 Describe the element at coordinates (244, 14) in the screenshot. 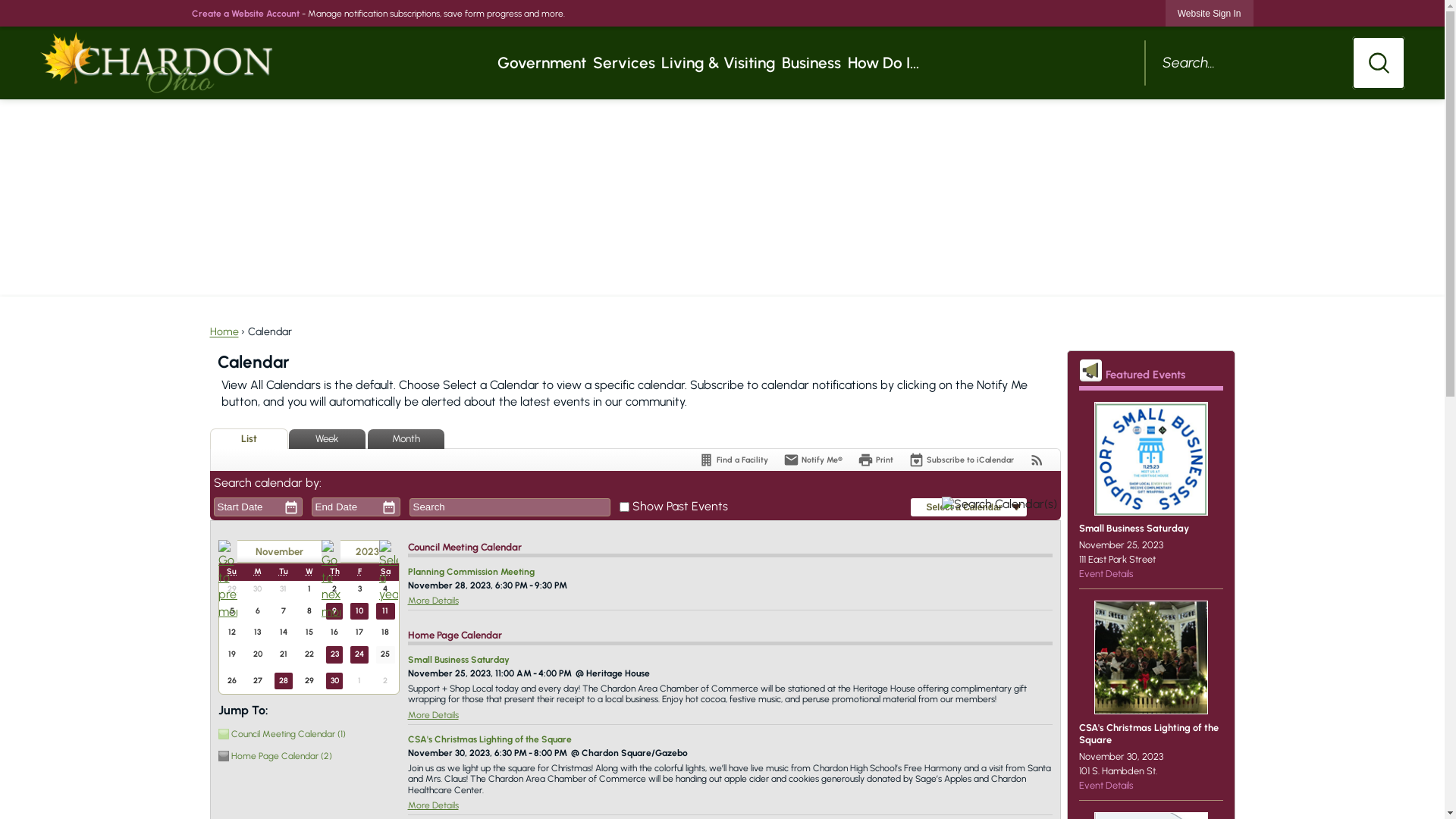

I see `'Create a Website Account'` at that location.